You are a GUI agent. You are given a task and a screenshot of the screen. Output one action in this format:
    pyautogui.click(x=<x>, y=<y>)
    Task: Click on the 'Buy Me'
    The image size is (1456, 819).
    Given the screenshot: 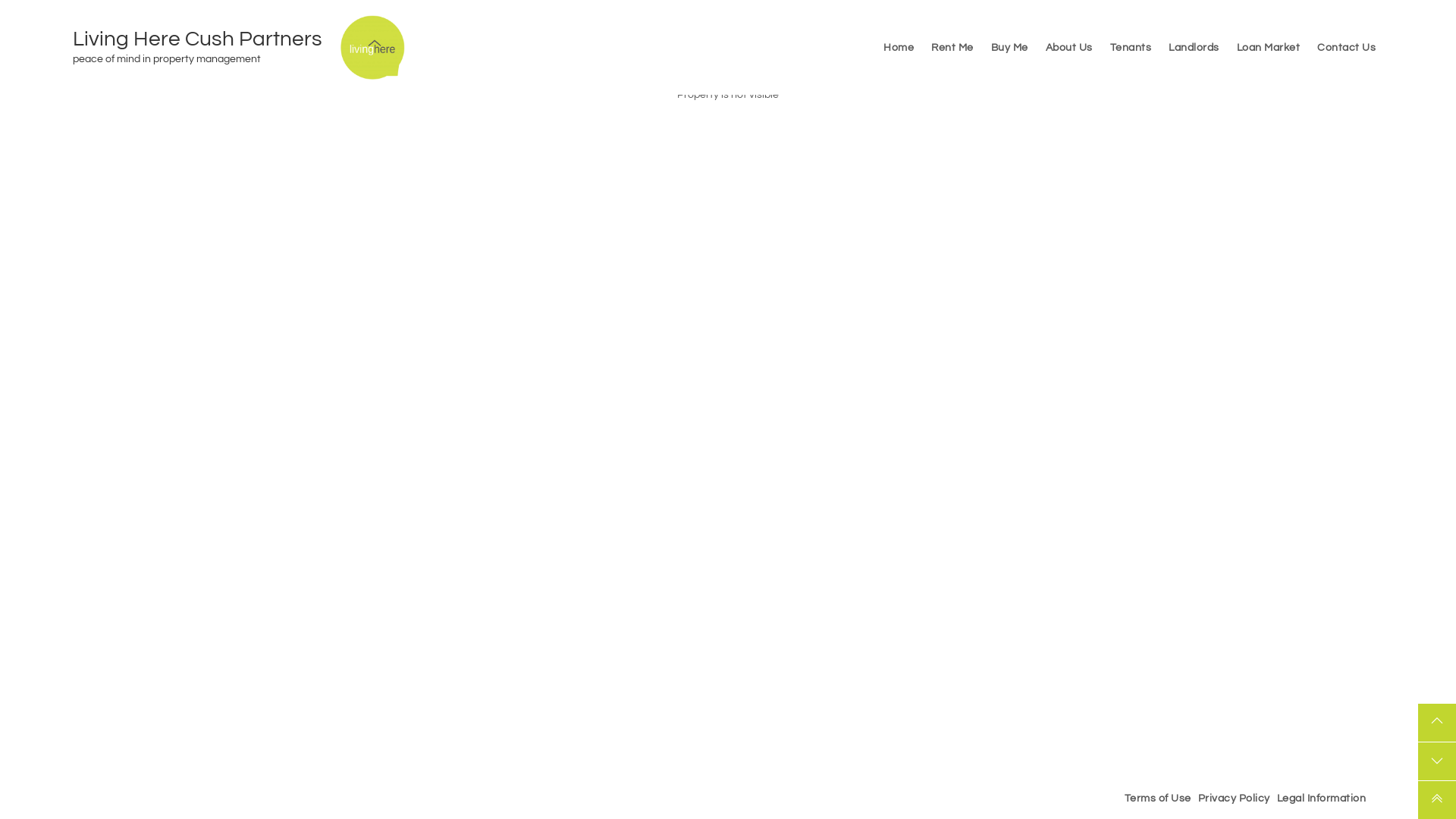 What is the action you would take?
    pyautogui.click(x=1009, y=45)
    